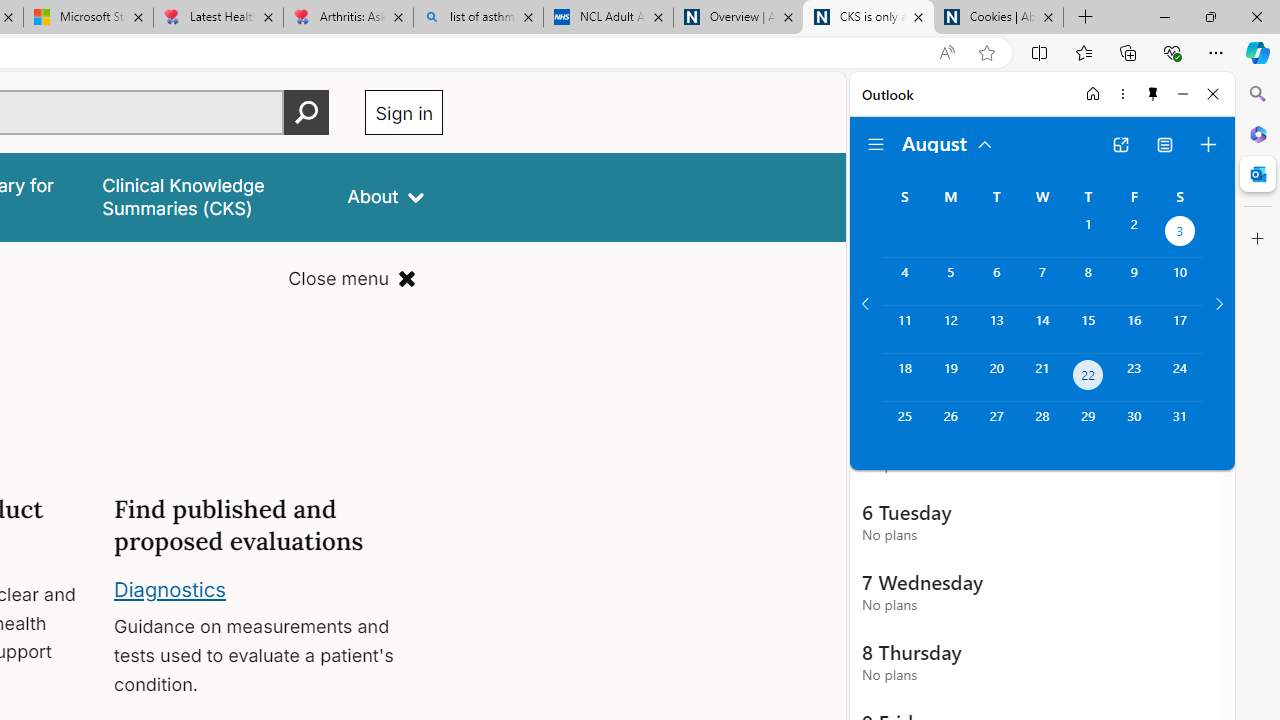  I want to click on 'Perform search', so click(306, 112).